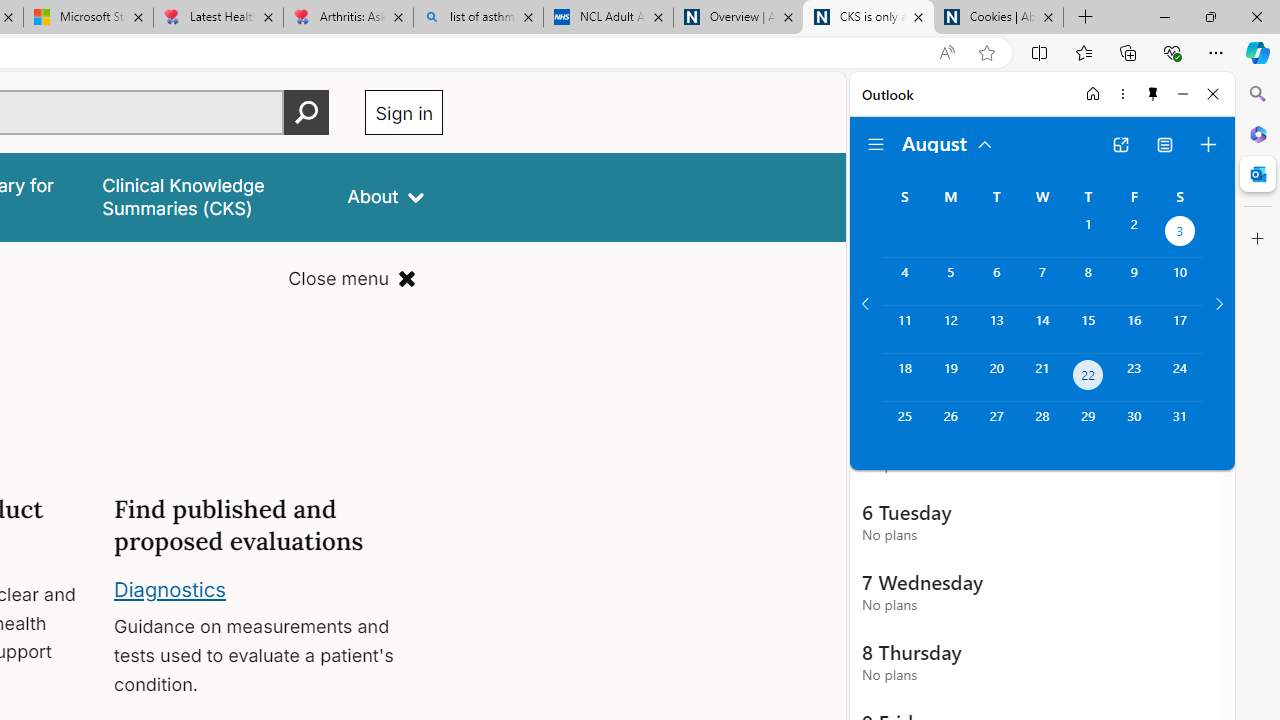  I want to click on 'Perform search', so click(306, 112).